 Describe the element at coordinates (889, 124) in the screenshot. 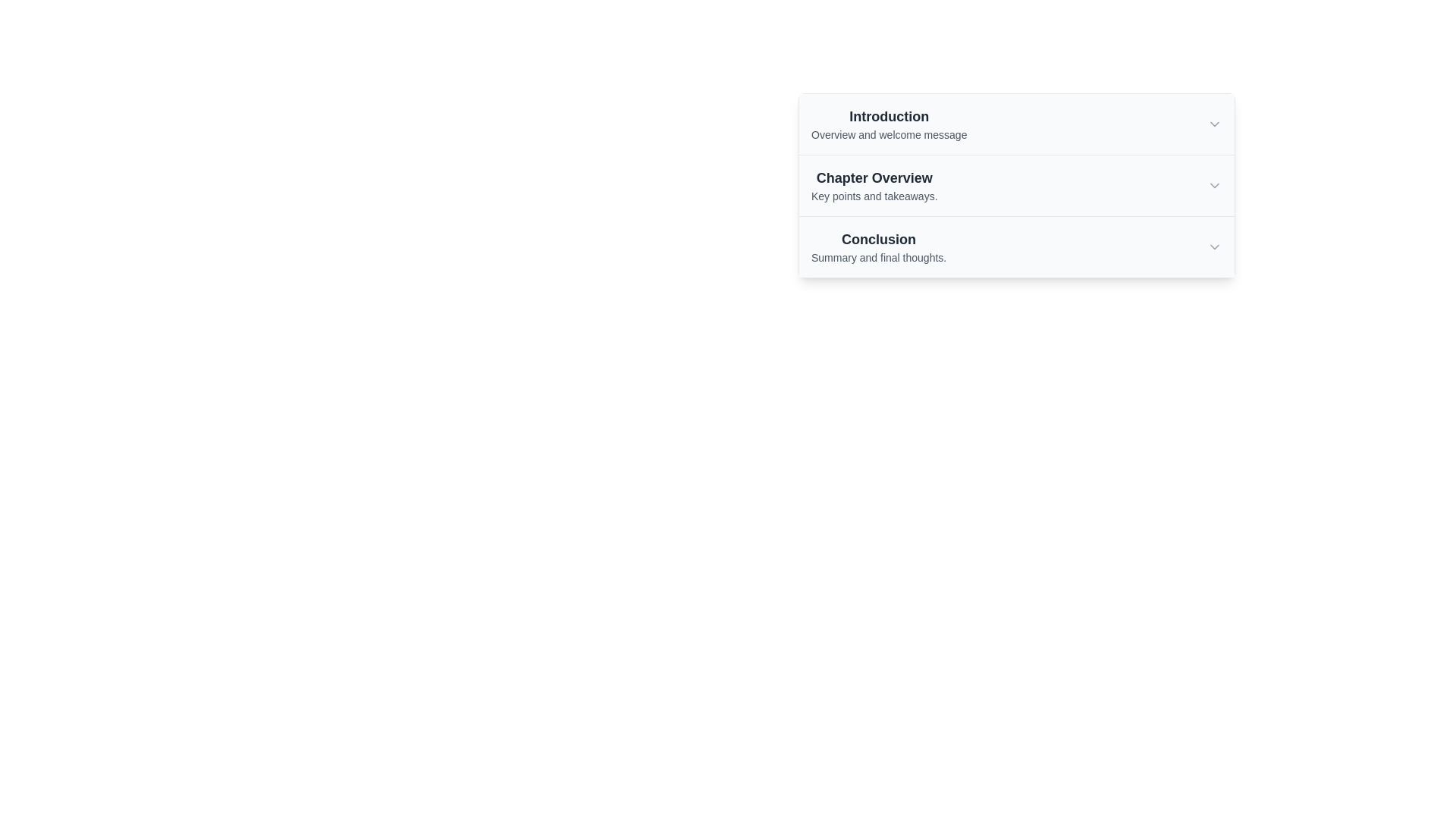

I see `the title and subtitle Text block located at the top of the sidebar navigation component, which is above 'Chapter Overview' and 'Conclusion'` at that location.